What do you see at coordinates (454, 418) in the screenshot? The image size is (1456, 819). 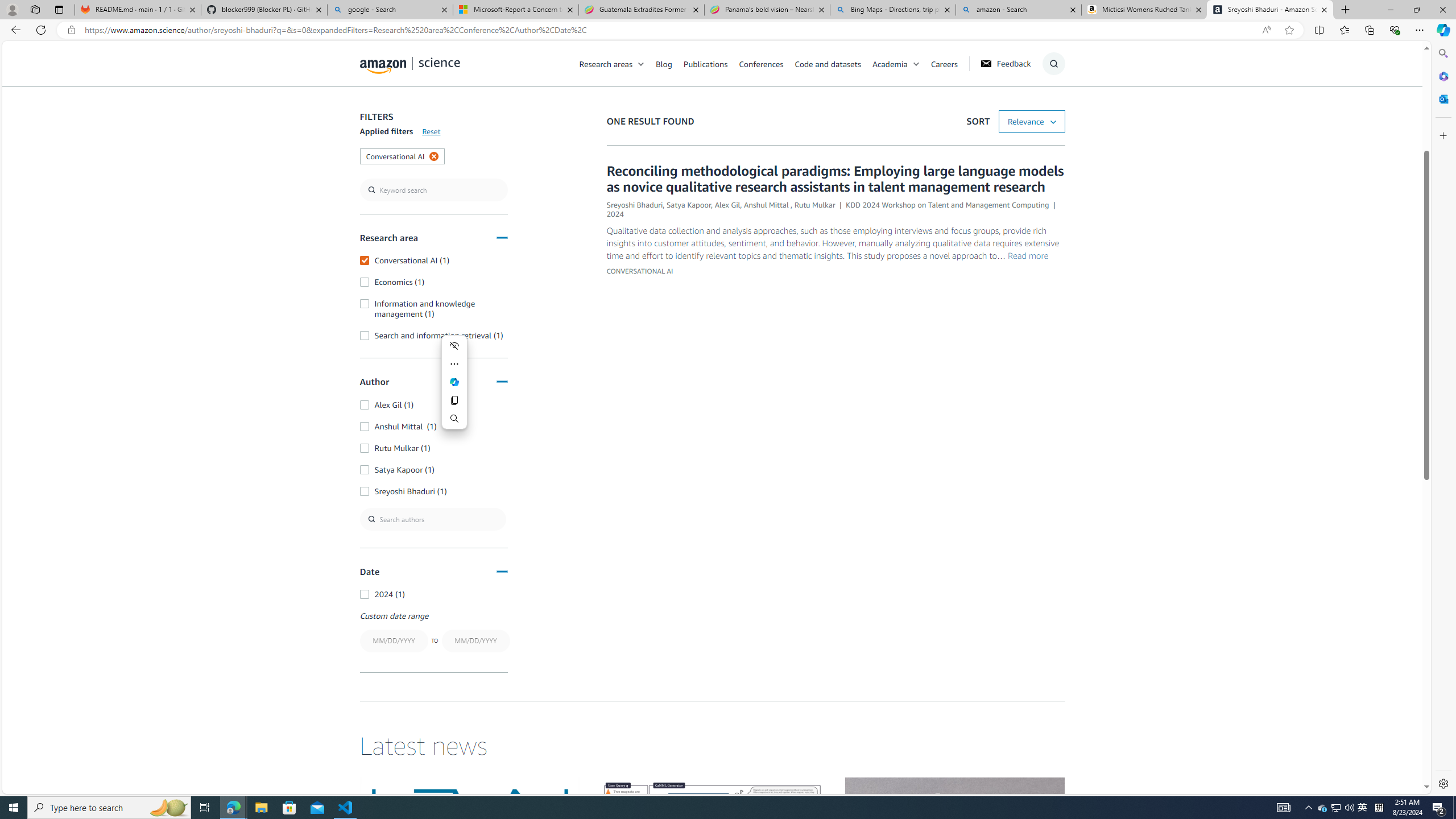 I see `'Search'` at bounding box center [454, 418].